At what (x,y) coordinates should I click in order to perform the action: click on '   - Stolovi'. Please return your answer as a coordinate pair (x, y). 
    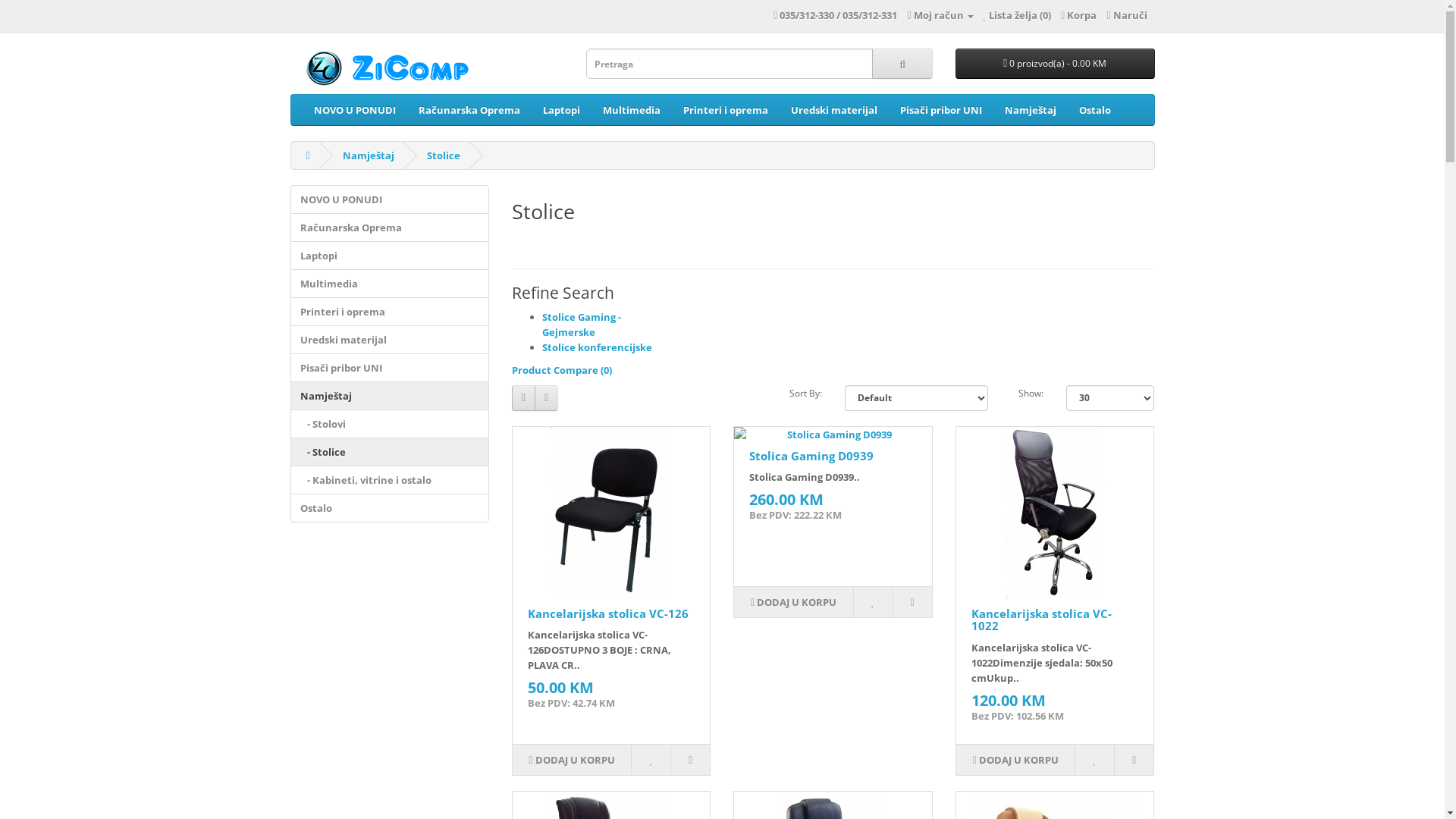
    Looking at the image, I should click on (389, 424).